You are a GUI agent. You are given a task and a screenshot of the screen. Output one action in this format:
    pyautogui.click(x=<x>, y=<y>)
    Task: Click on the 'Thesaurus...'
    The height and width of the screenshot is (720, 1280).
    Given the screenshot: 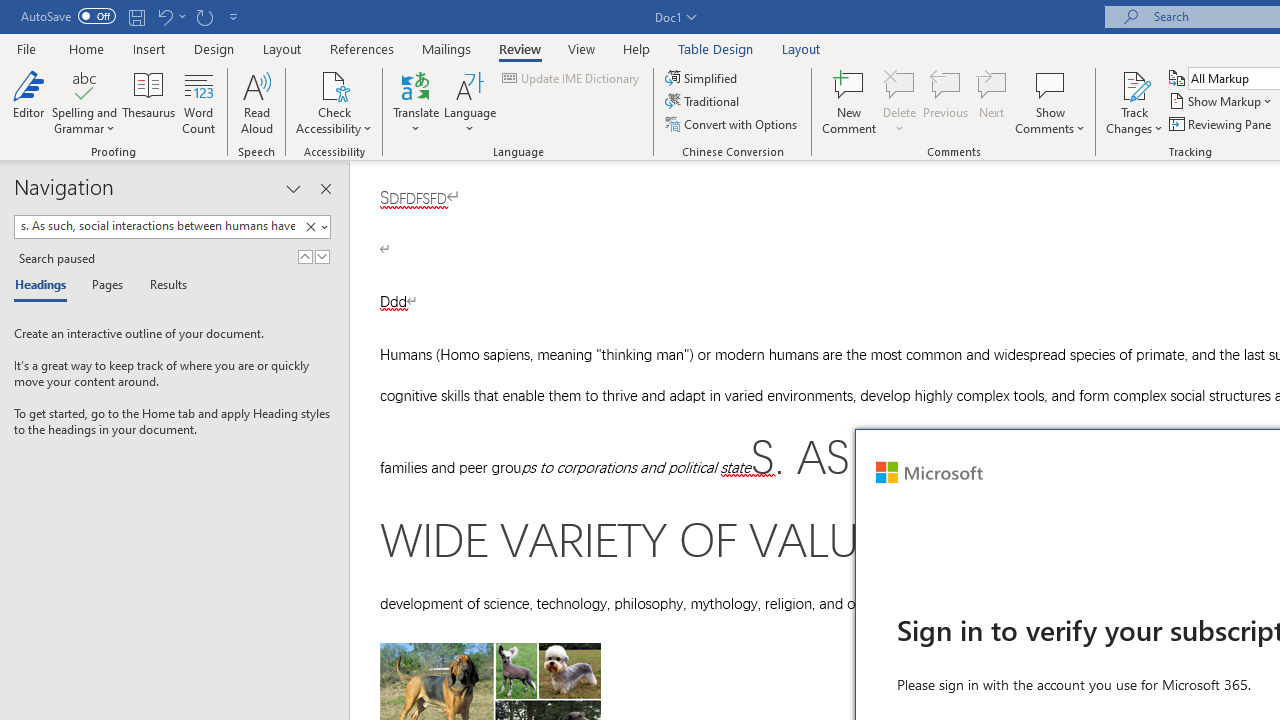 What is the action you would take?
    pyautogui.click(x=148, y=103)
    